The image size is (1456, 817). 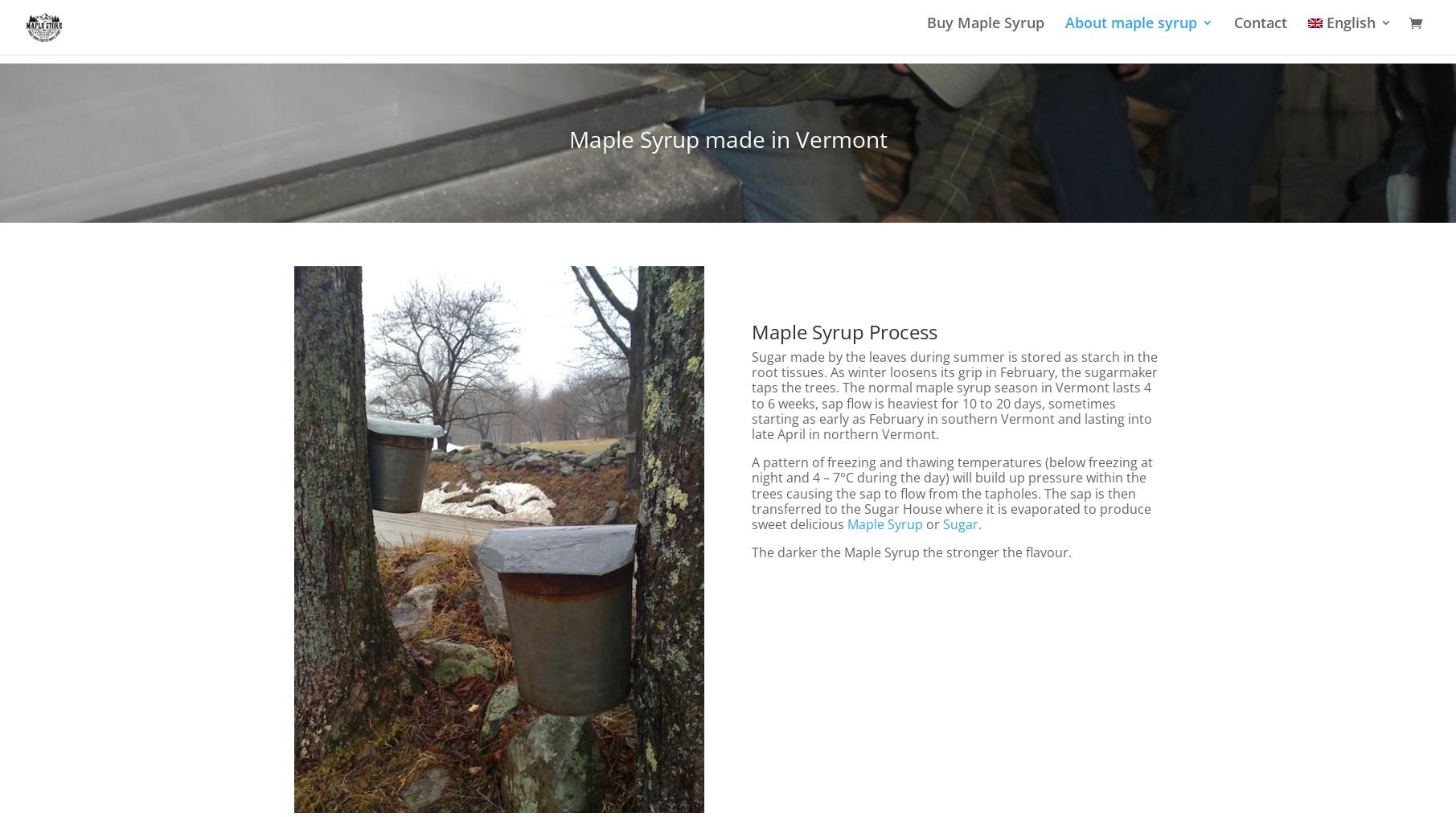 I want to click on 'About maple syrup', so click(x=1130, y=31).